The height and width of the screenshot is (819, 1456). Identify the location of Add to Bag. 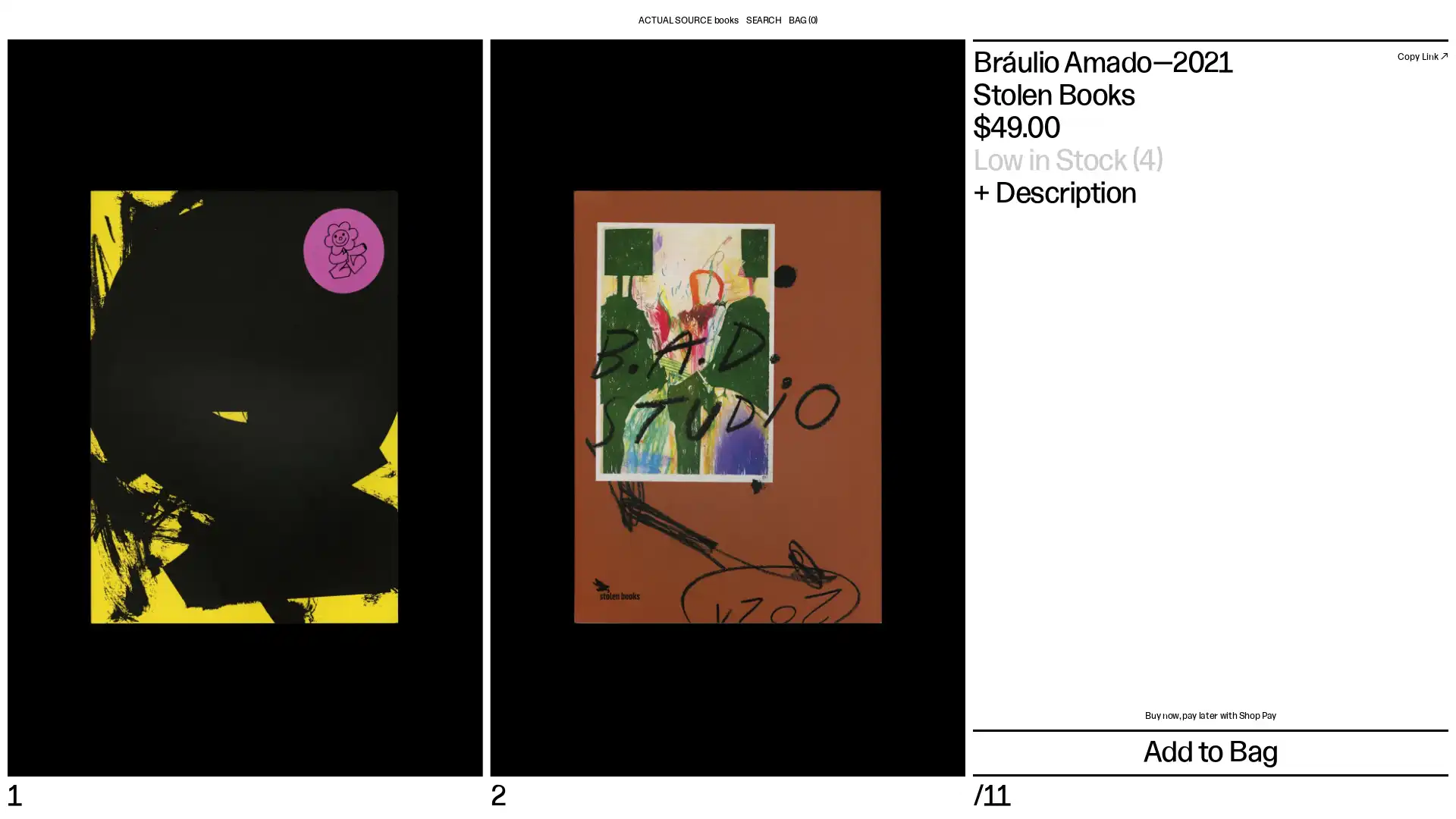
(1210, 752).